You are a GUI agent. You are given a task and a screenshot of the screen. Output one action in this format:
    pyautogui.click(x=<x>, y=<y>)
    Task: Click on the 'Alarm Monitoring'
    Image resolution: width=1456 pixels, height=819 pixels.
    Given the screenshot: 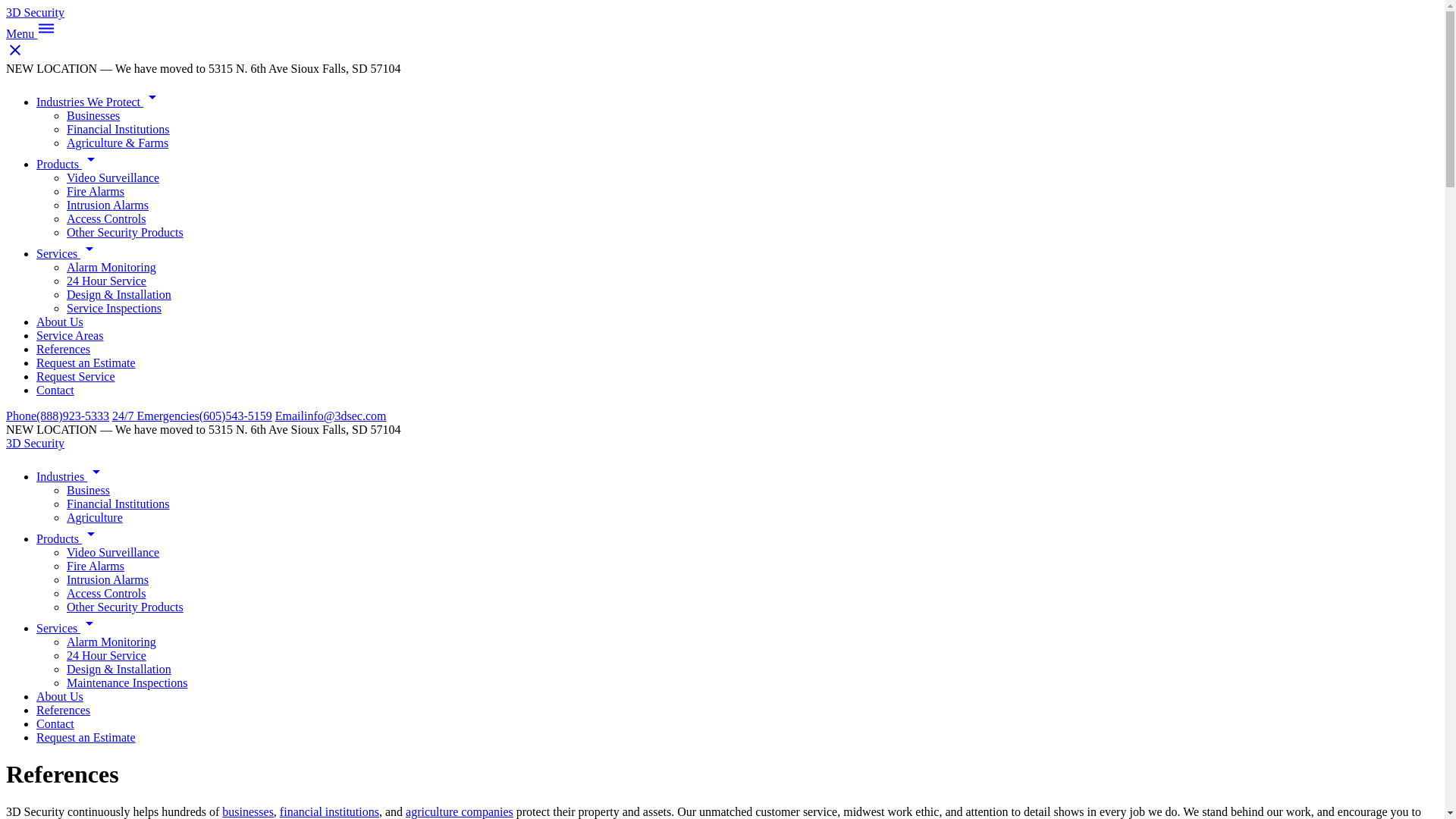 What is the action you would take?
    pyautogui.click(x=111, y=642)
    